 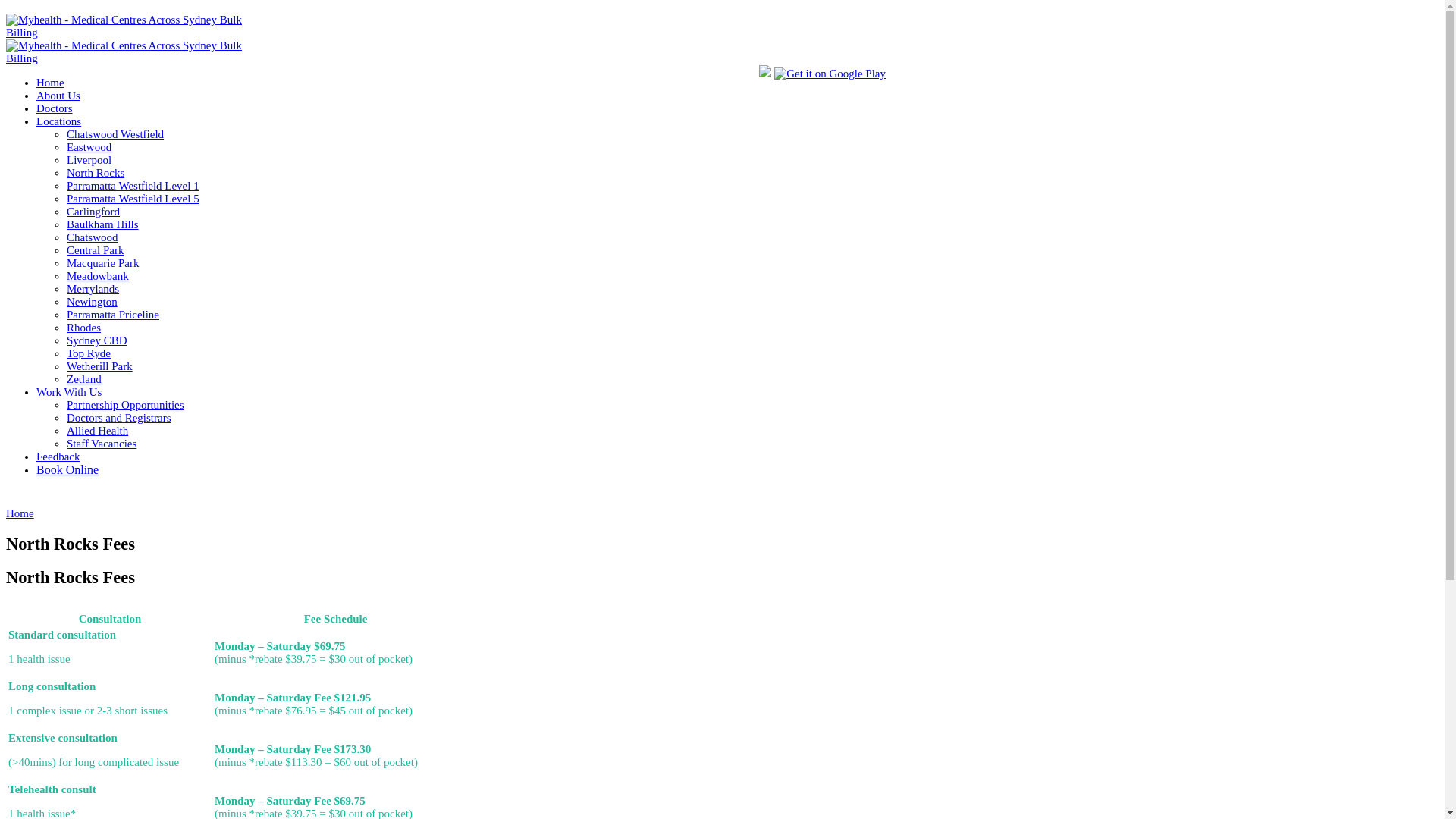 I want to click on 'Myhealth -  Medical Centres Across Sydney Bulk Billing', so click(x=138, y=26).